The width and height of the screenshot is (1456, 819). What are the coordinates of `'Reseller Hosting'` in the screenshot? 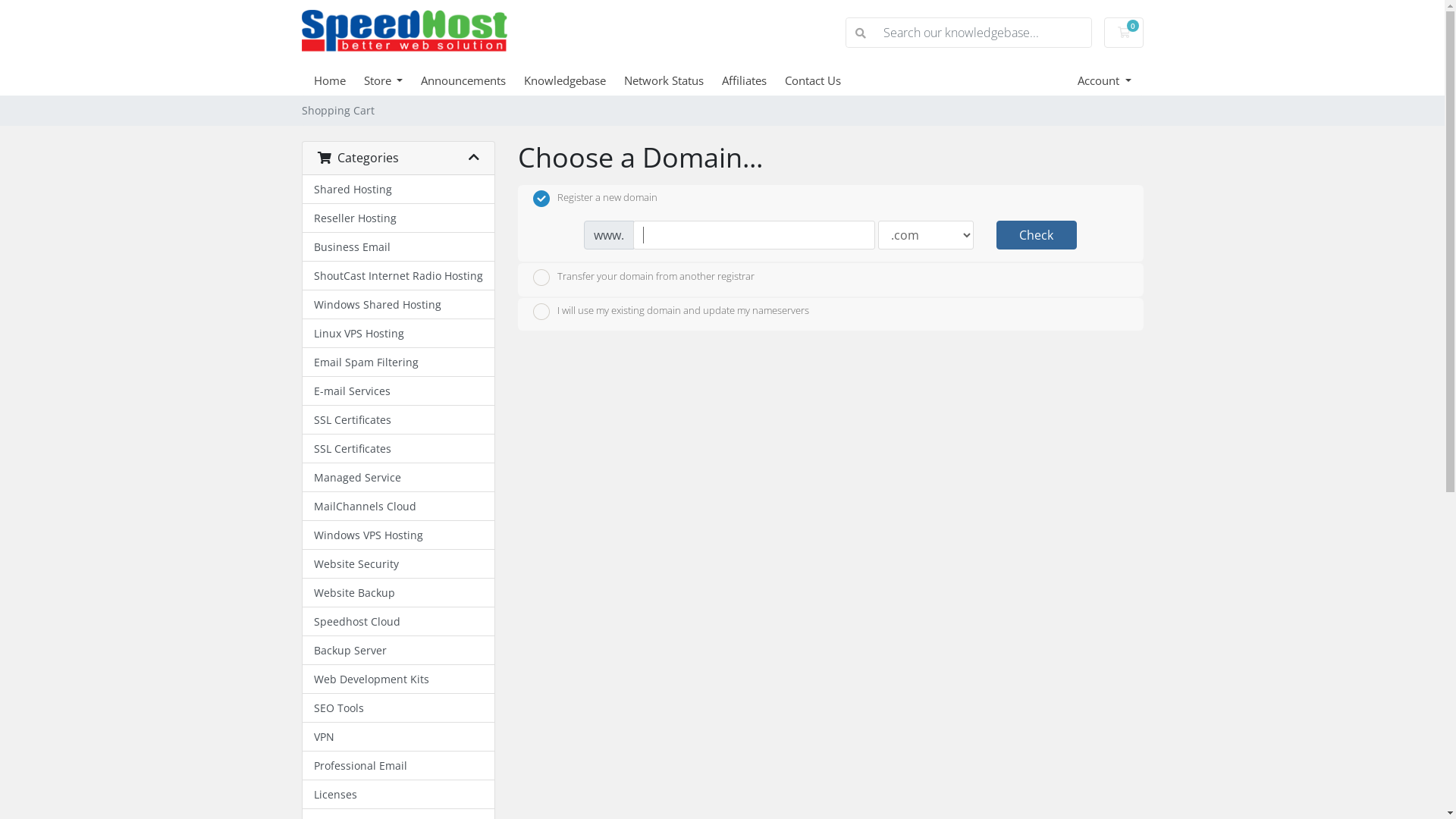 It's located at (397, 218).